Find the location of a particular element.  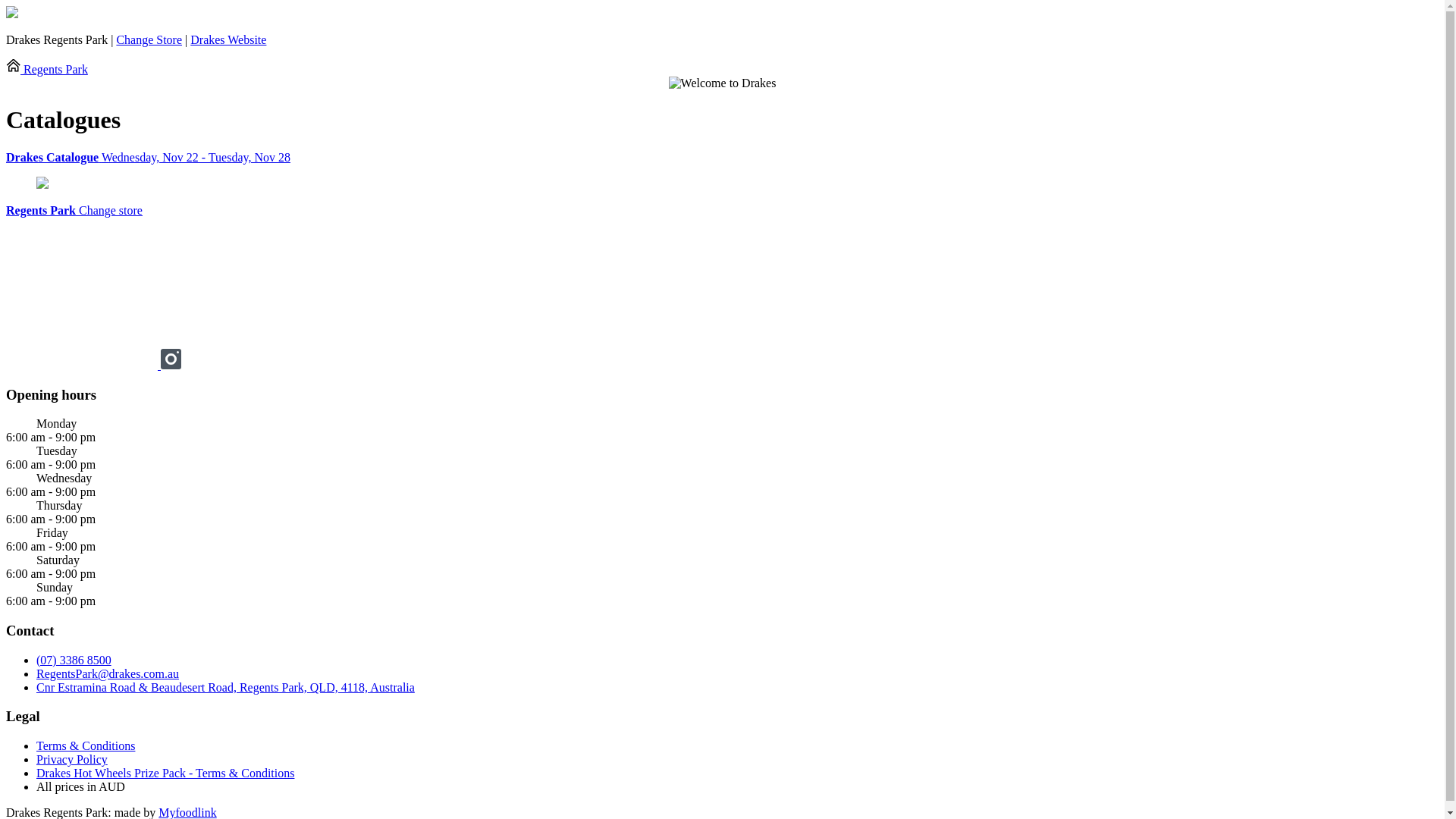

'Privacy Policy' is located at coordinates (71, 759).